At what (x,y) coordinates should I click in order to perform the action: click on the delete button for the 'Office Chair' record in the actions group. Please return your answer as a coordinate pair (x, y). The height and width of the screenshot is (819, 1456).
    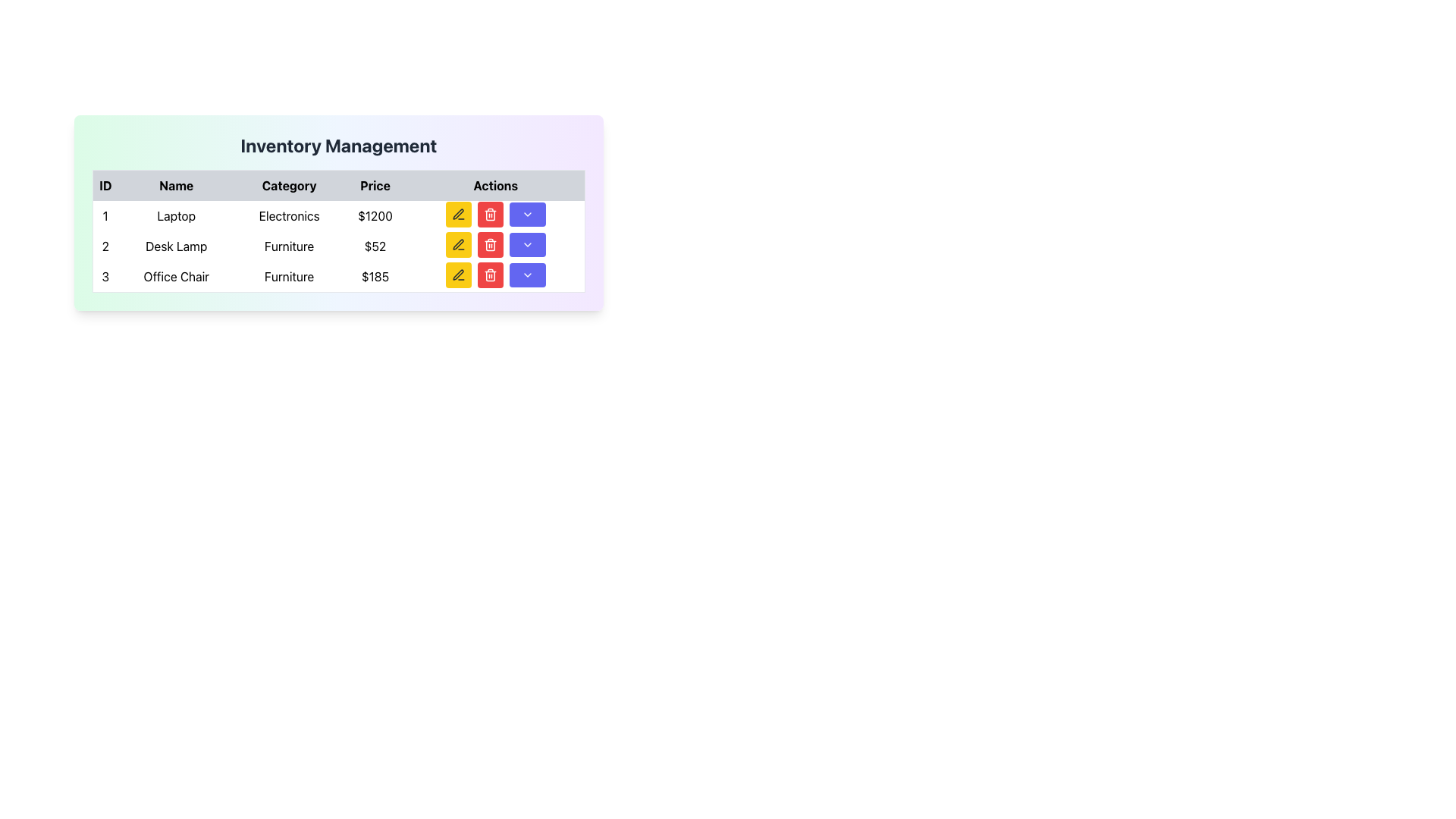
    Looking at the image, I should click on (490, 275).